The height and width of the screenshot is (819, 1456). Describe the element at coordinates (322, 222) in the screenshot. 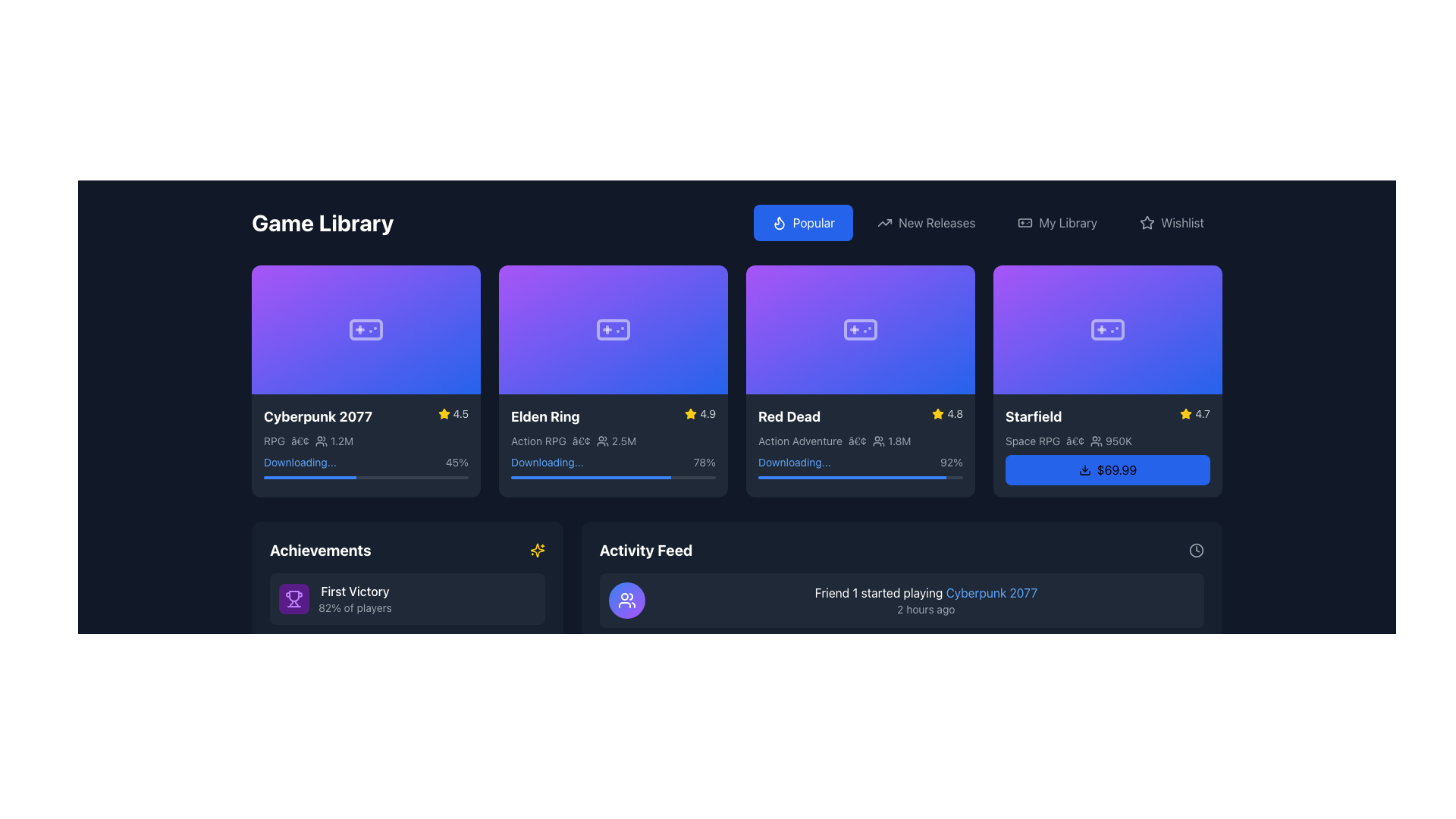

I see `the Header text label located at the top-left side of the navigation bar, which indicates the current section of the interface` at that location.